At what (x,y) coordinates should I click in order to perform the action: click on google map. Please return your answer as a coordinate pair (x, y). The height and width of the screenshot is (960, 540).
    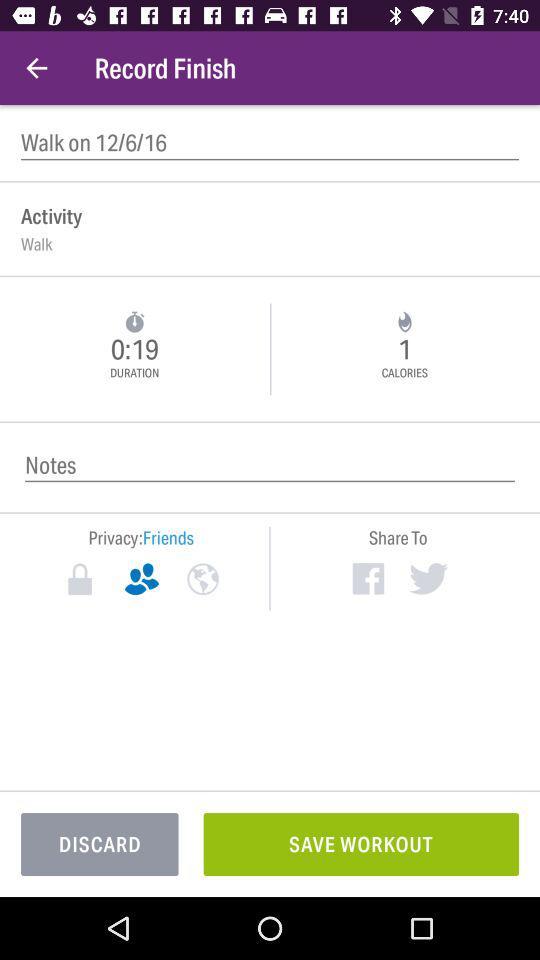
    Looking at the image, I should click on (202, 579).